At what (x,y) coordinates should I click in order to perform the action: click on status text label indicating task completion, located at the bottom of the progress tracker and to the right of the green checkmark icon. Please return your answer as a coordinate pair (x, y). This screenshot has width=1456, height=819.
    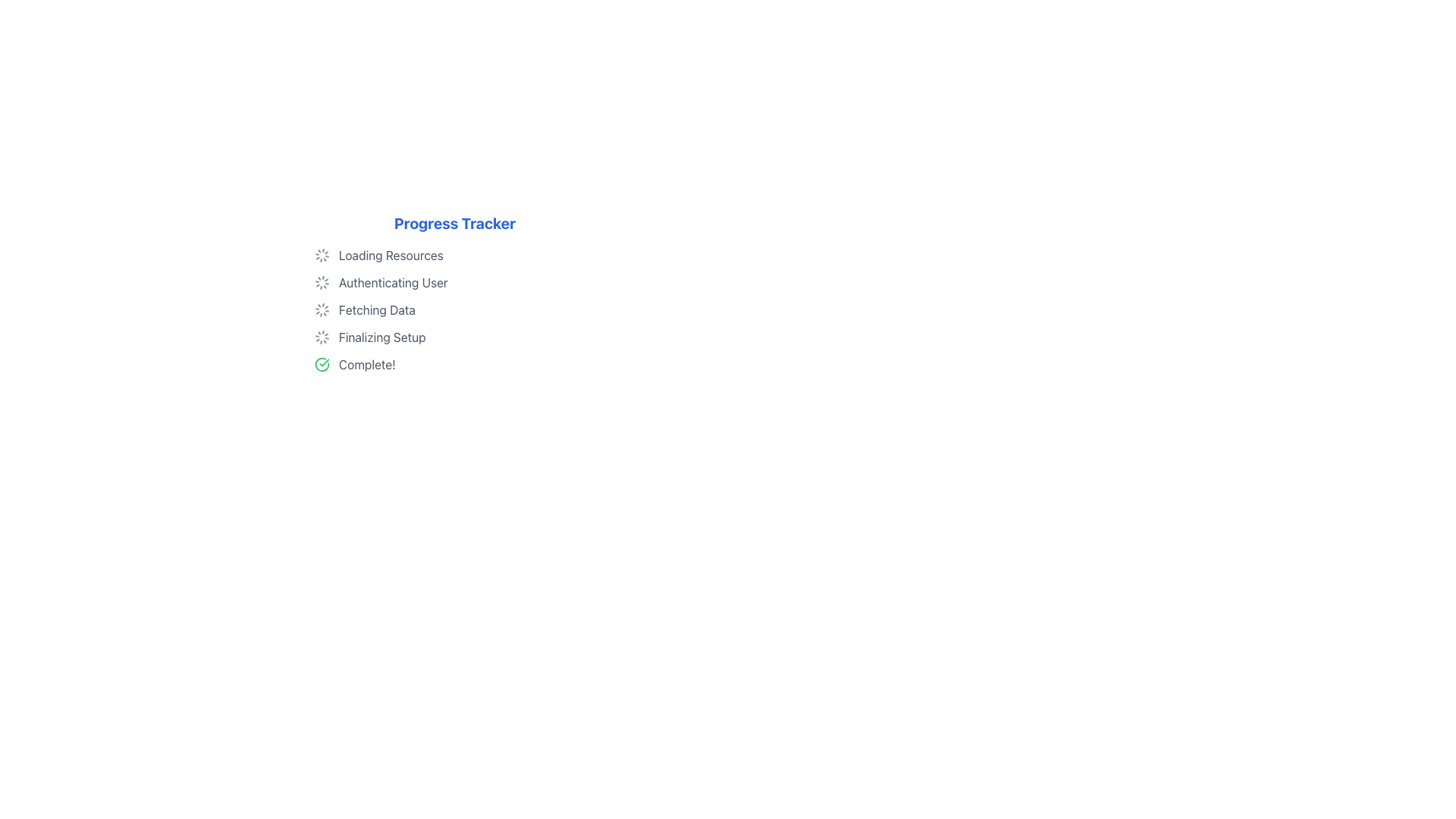
    Looking at the image, I should click on (367, 365).